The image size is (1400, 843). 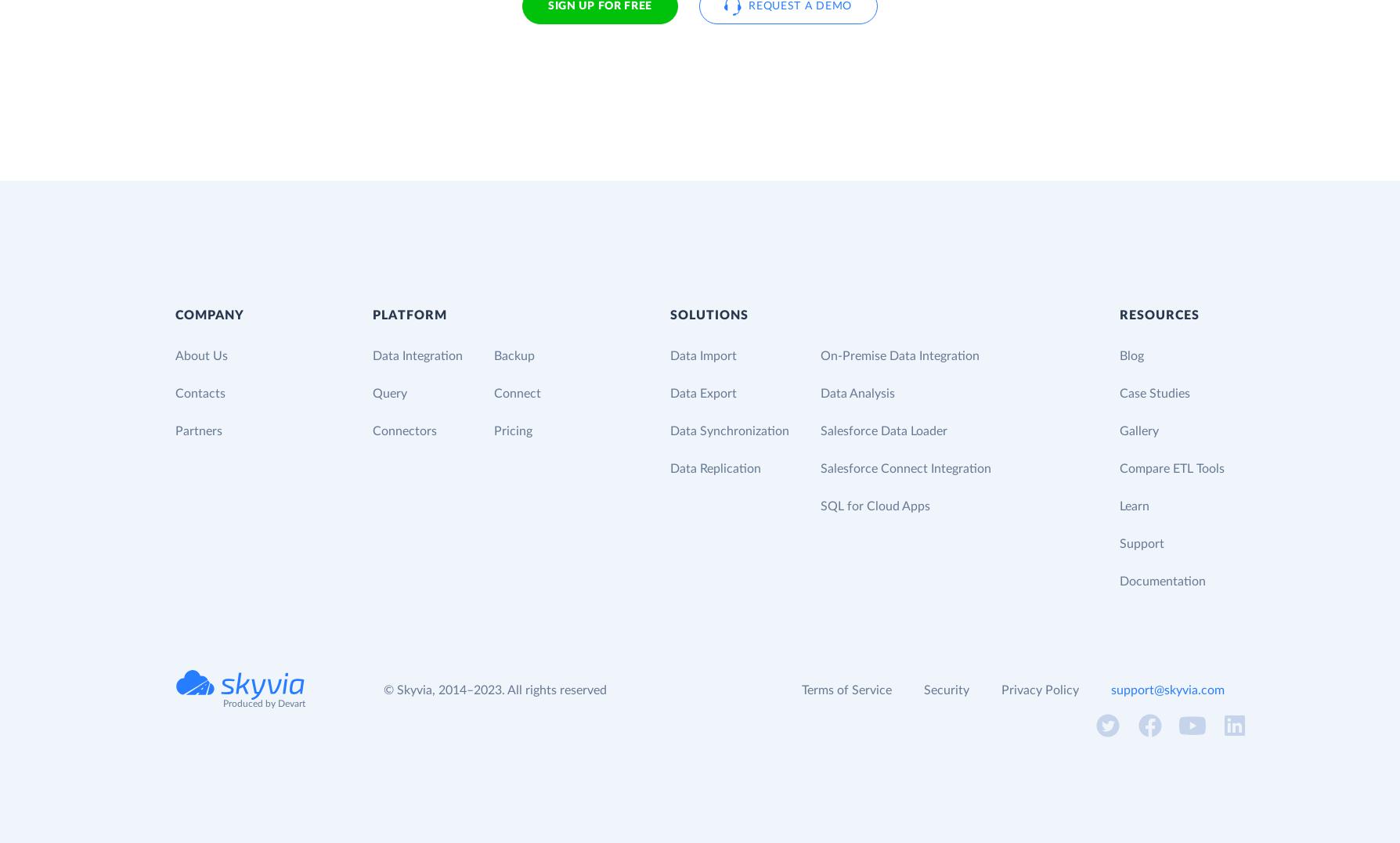 What do you see at coordinates (175, 354) in the screenshot?
I see `'About Us'` at bounding box center [175, 354].